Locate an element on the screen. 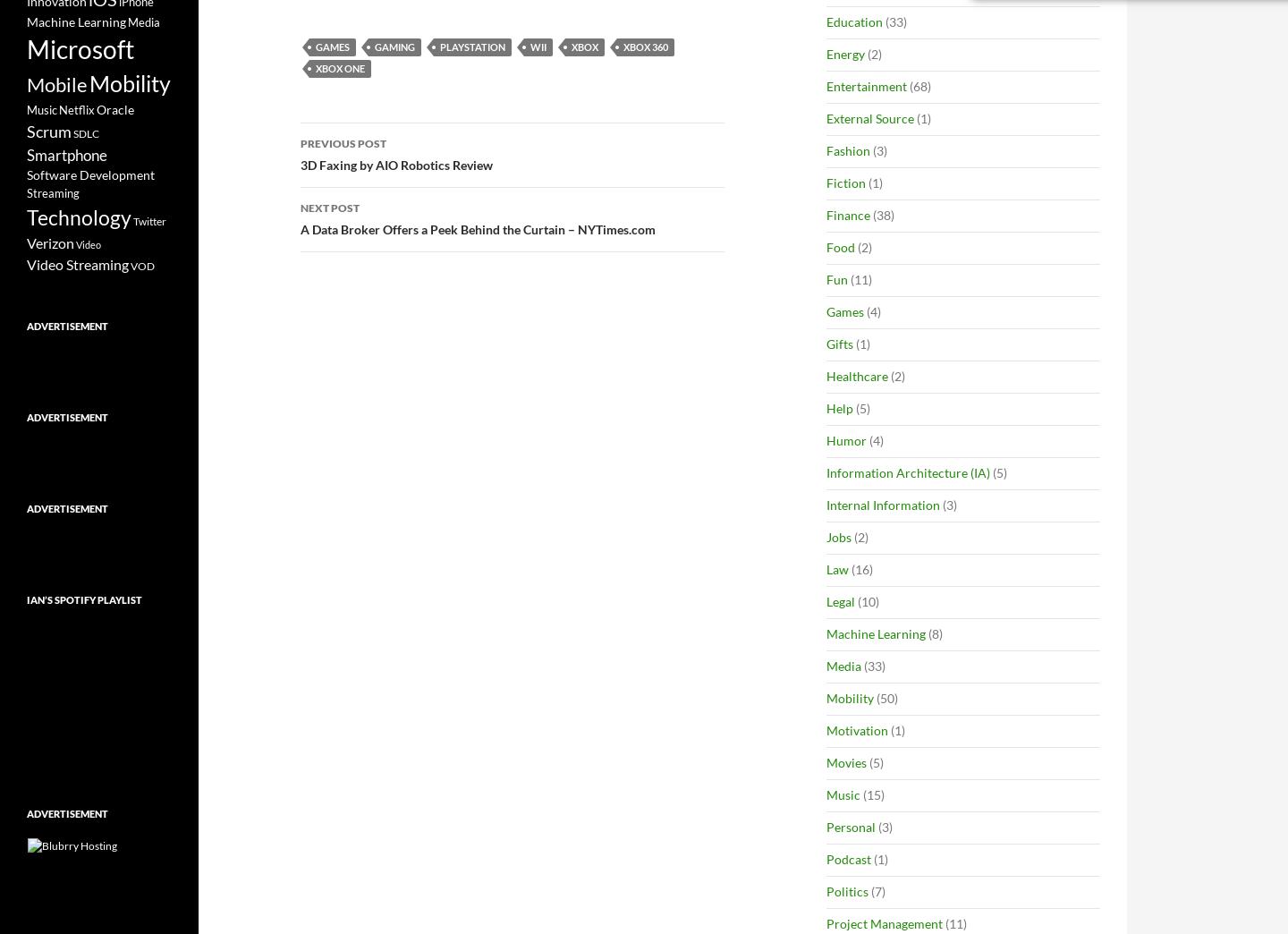  'Personal' is located at coordinates (826, 826).